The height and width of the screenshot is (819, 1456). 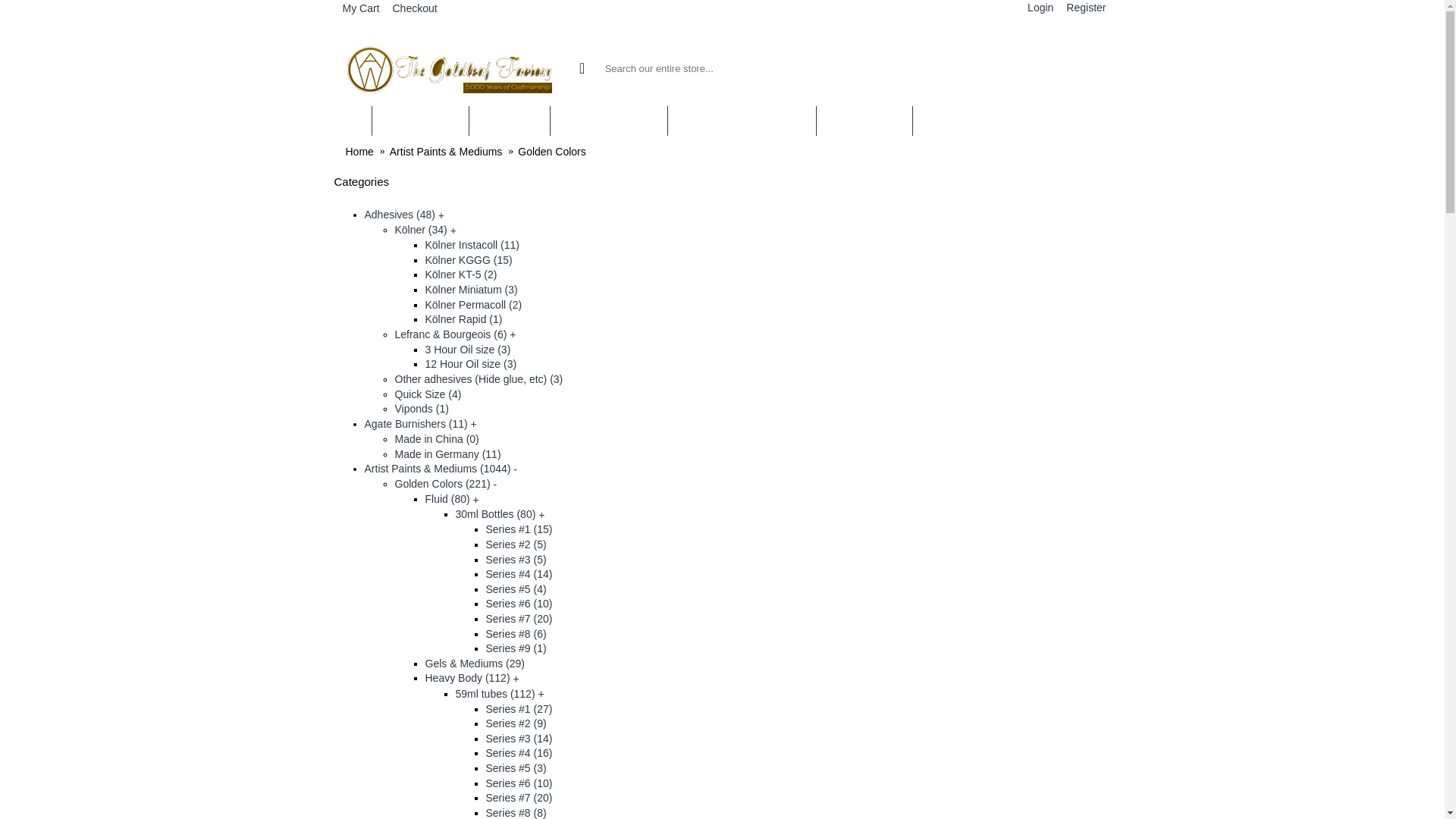 I want to click on 'Series #2 (5)', so click(x=516, y=543).